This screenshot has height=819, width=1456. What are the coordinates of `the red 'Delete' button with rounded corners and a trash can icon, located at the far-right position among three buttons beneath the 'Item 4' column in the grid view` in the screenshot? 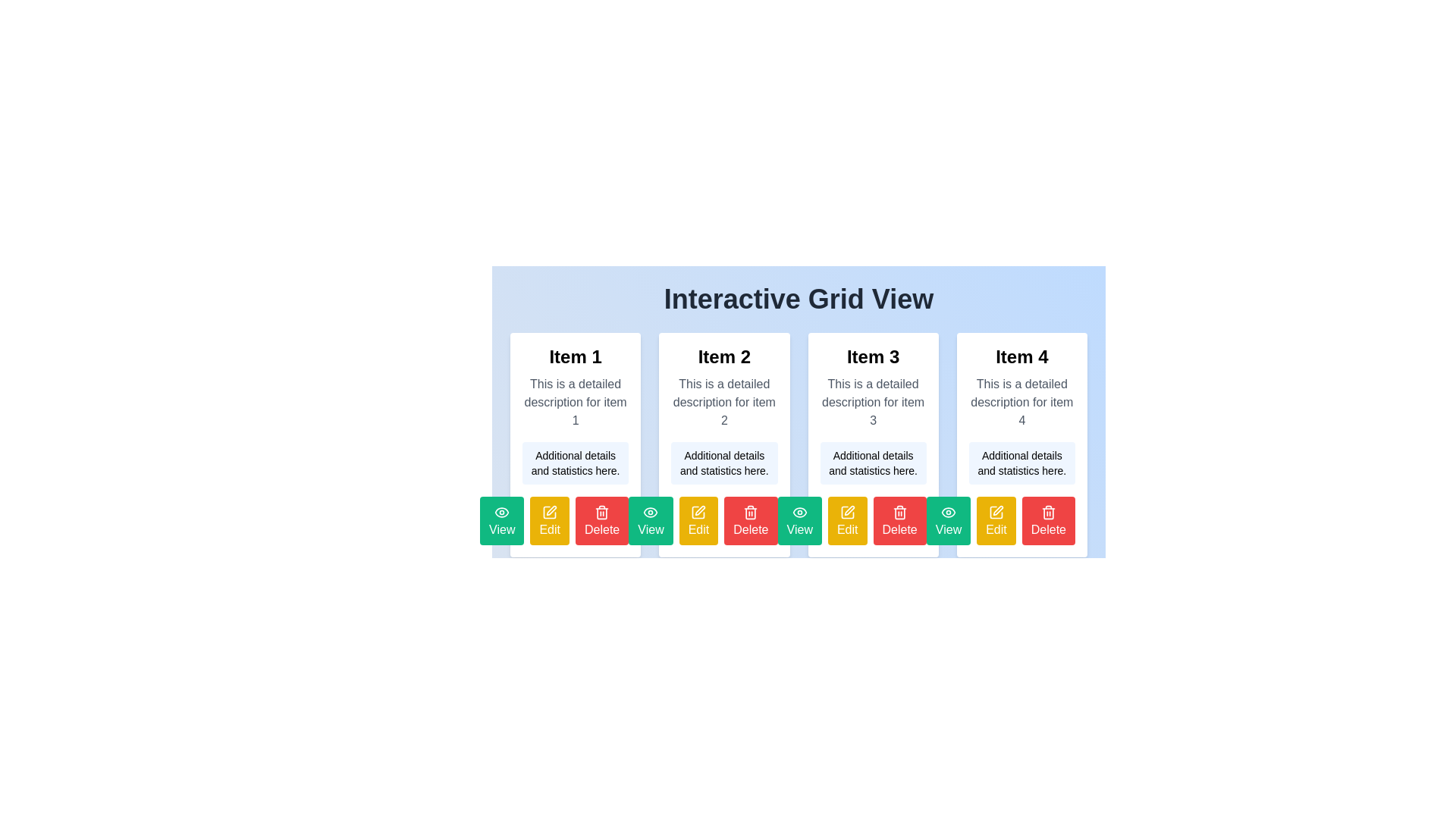 It's located at (601, 763).